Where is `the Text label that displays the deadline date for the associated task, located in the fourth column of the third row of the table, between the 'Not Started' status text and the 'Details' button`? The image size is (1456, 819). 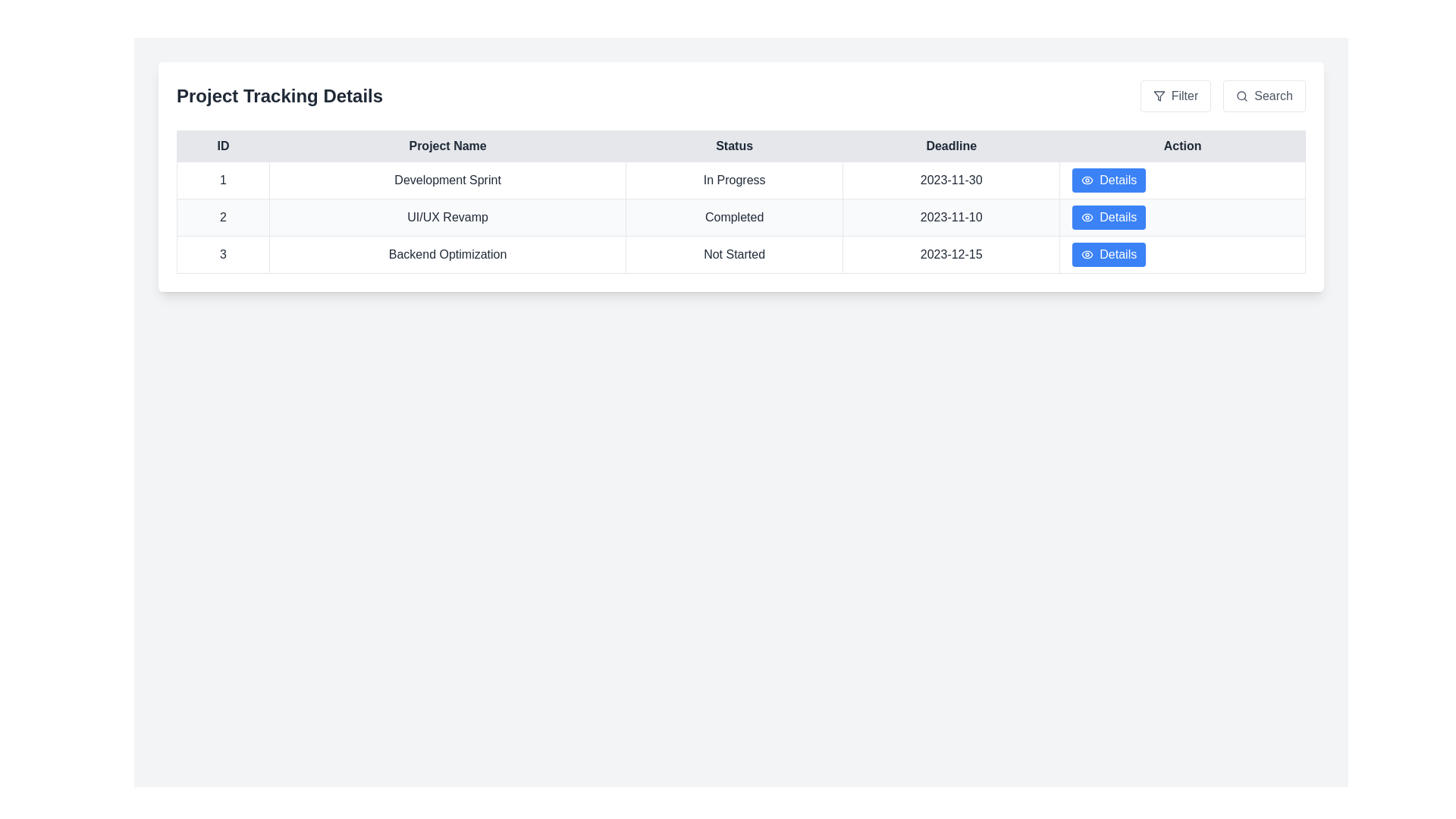
the Text label that displays the deadline date for the associated task, located in the fourth column of the third row of the table, between the 'Not Started' status text and the 'Details' button is located at coordinates (950, 253).